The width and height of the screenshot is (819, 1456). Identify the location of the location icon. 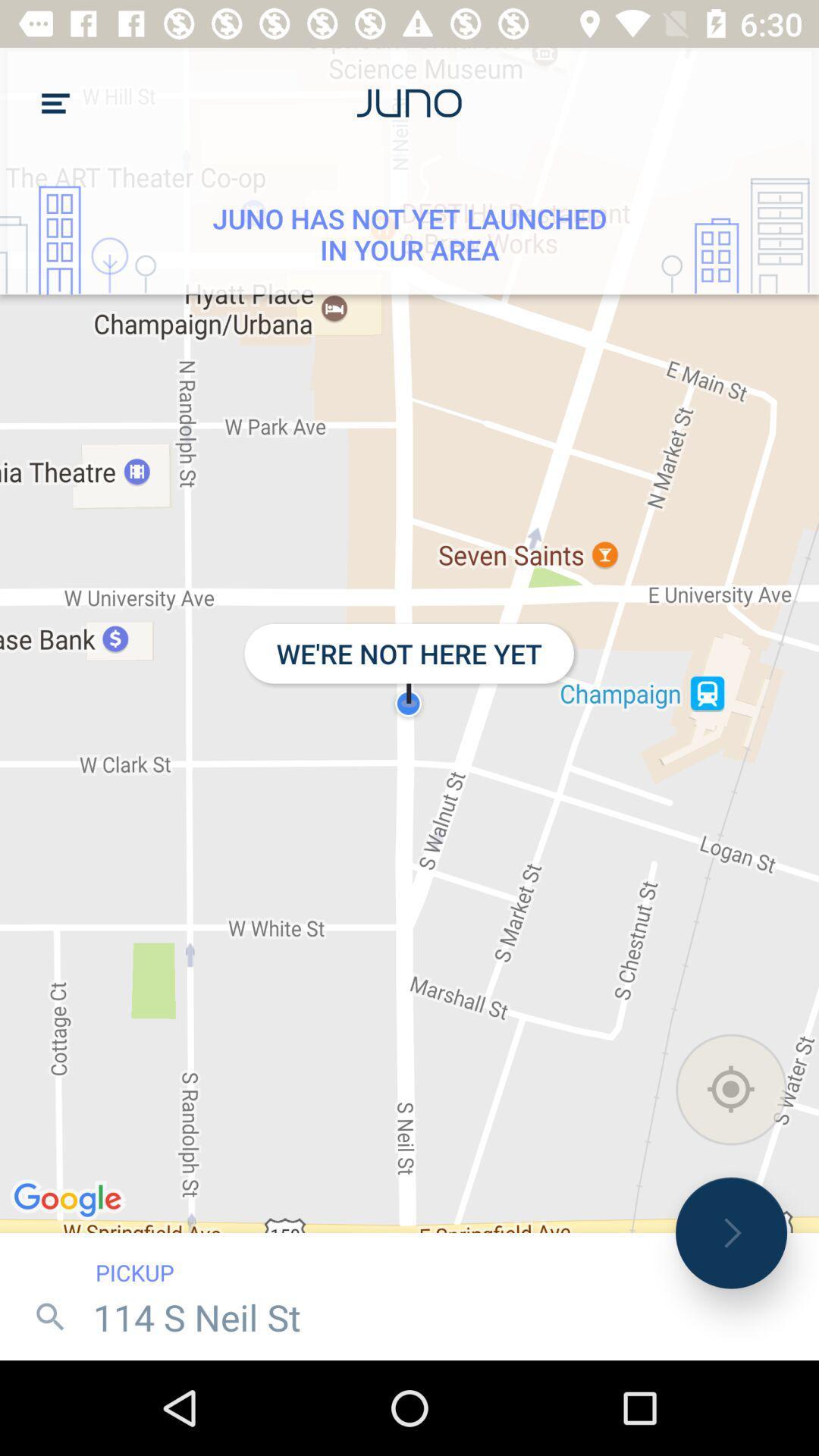
(730, 1089).